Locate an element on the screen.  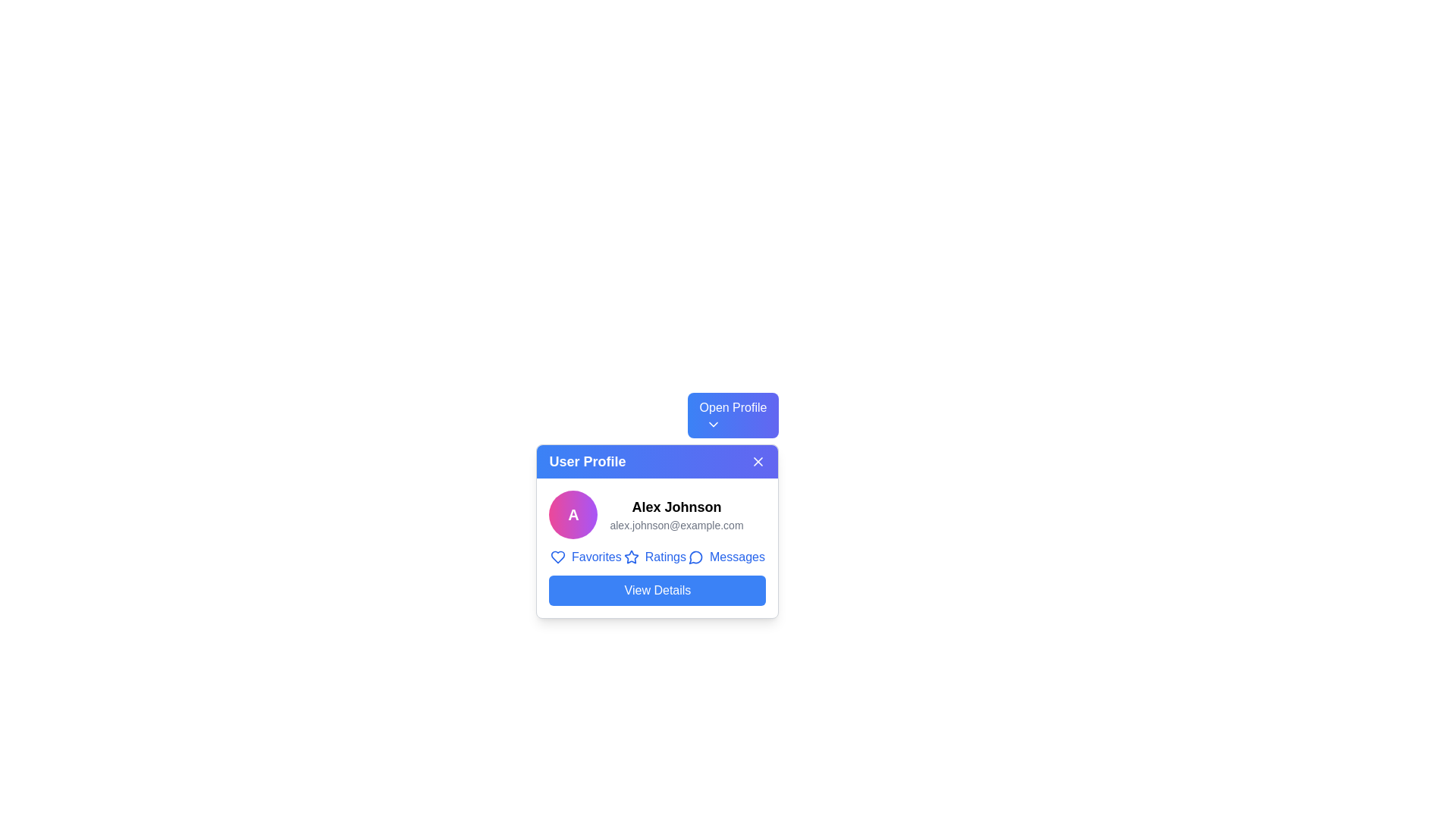
the interactive text label with an icon that navigates to the 'Favorites' section, located to the left of 'Ratings' and 'Messages' is located at coordinates (585, 557).